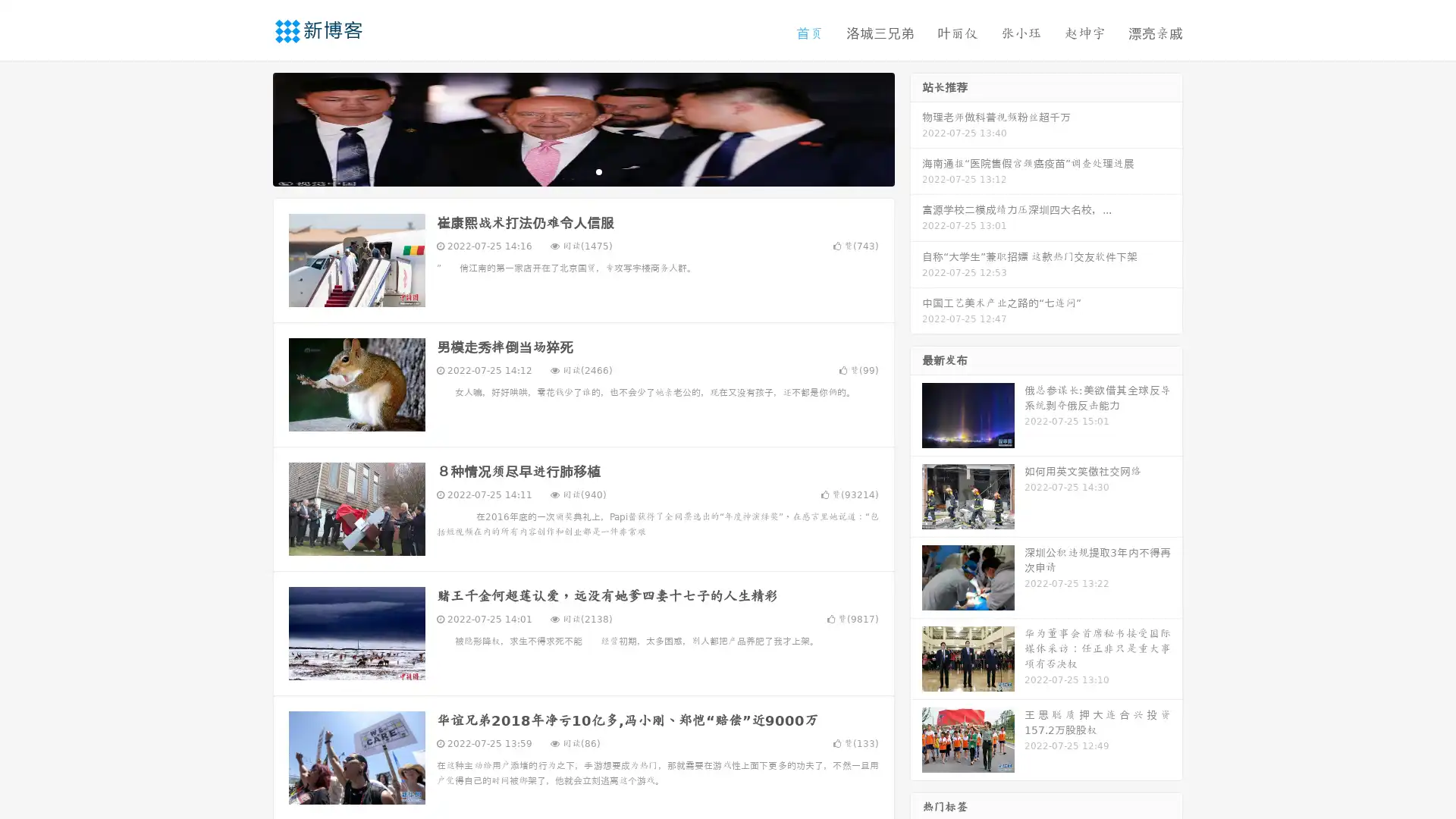 The height and width of the screenshot is (819, 1456). I want to click on Go to slide 3, so click(598, 171).